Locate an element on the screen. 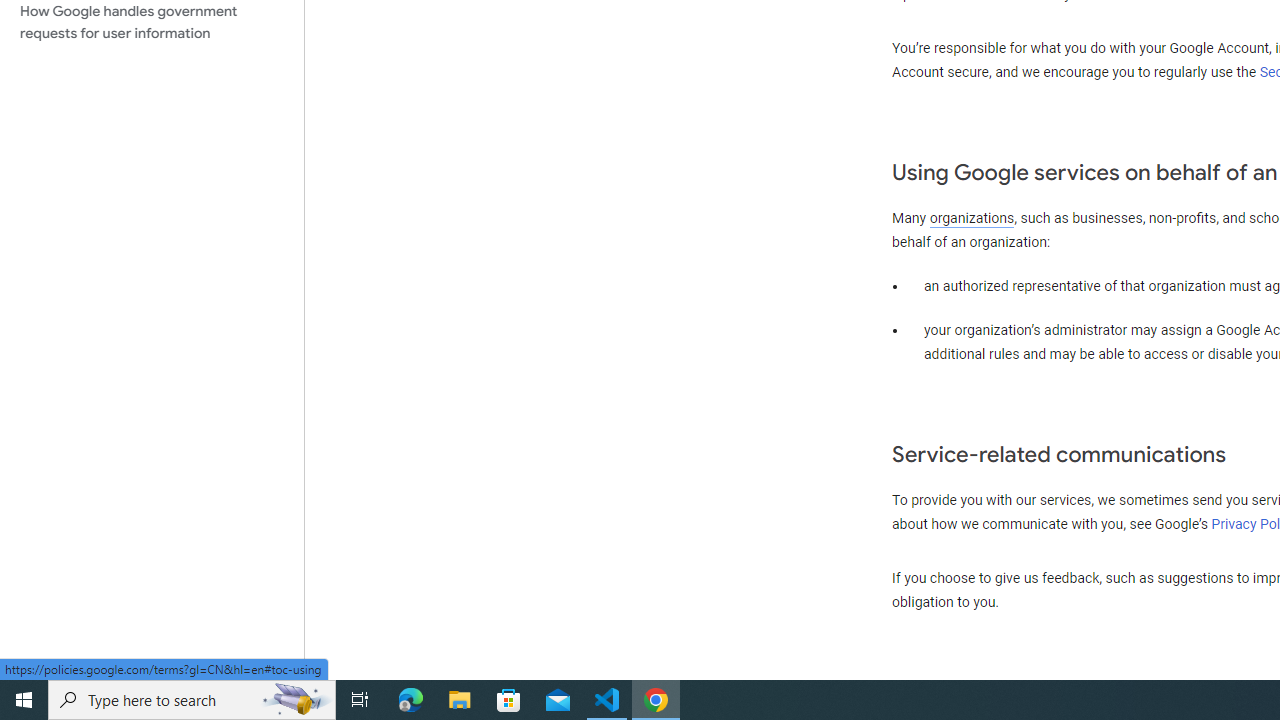 The width and height of the screenshot is (1280, 720). 'organizations' is located at coordinates (972, 218).